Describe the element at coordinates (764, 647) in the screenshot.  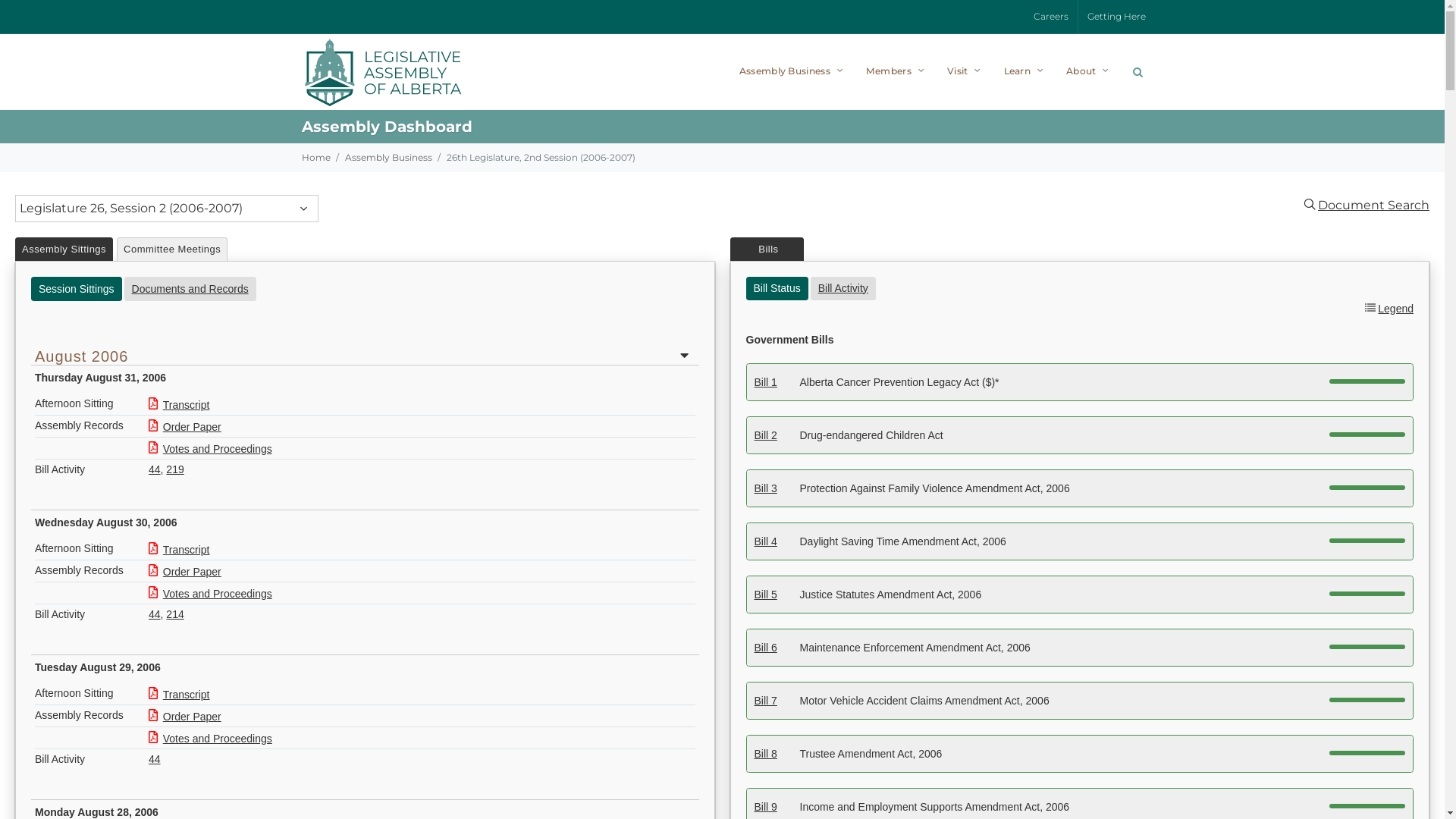
I see `'Bill 6'` at that location.